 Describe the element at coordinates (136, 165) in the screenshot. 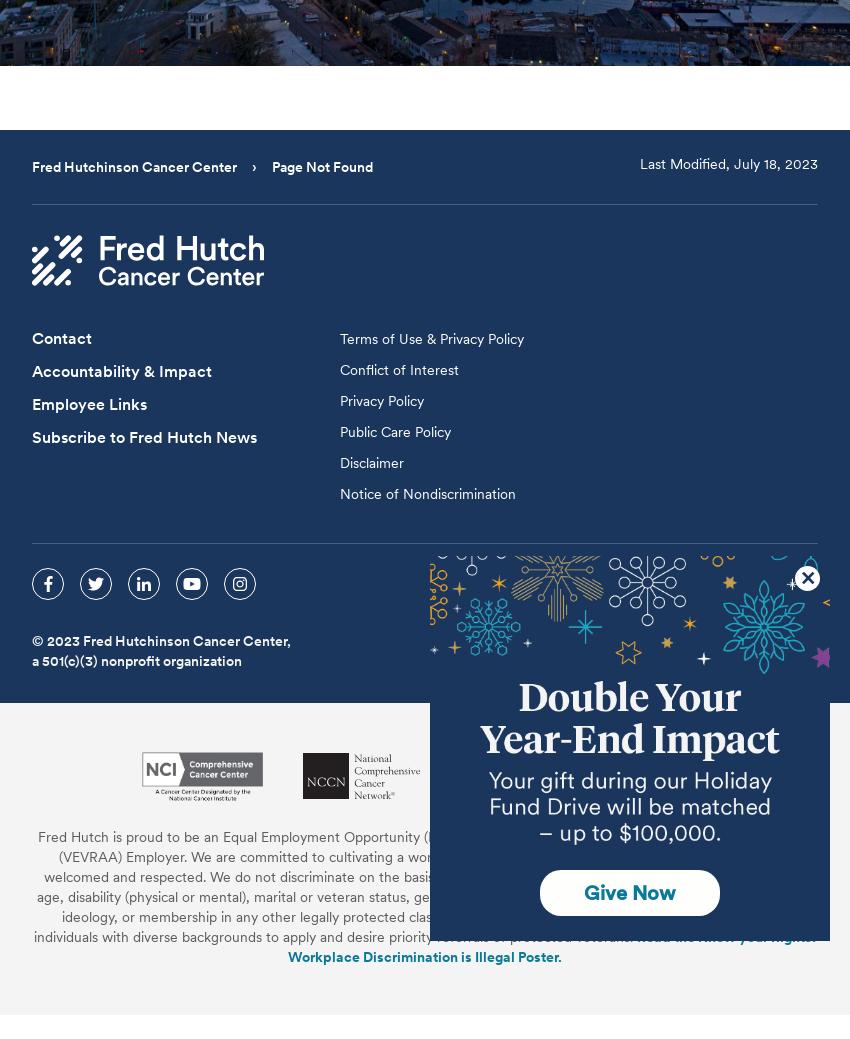

I see `'Fred Hutchinson Cancer Center'` at that location.